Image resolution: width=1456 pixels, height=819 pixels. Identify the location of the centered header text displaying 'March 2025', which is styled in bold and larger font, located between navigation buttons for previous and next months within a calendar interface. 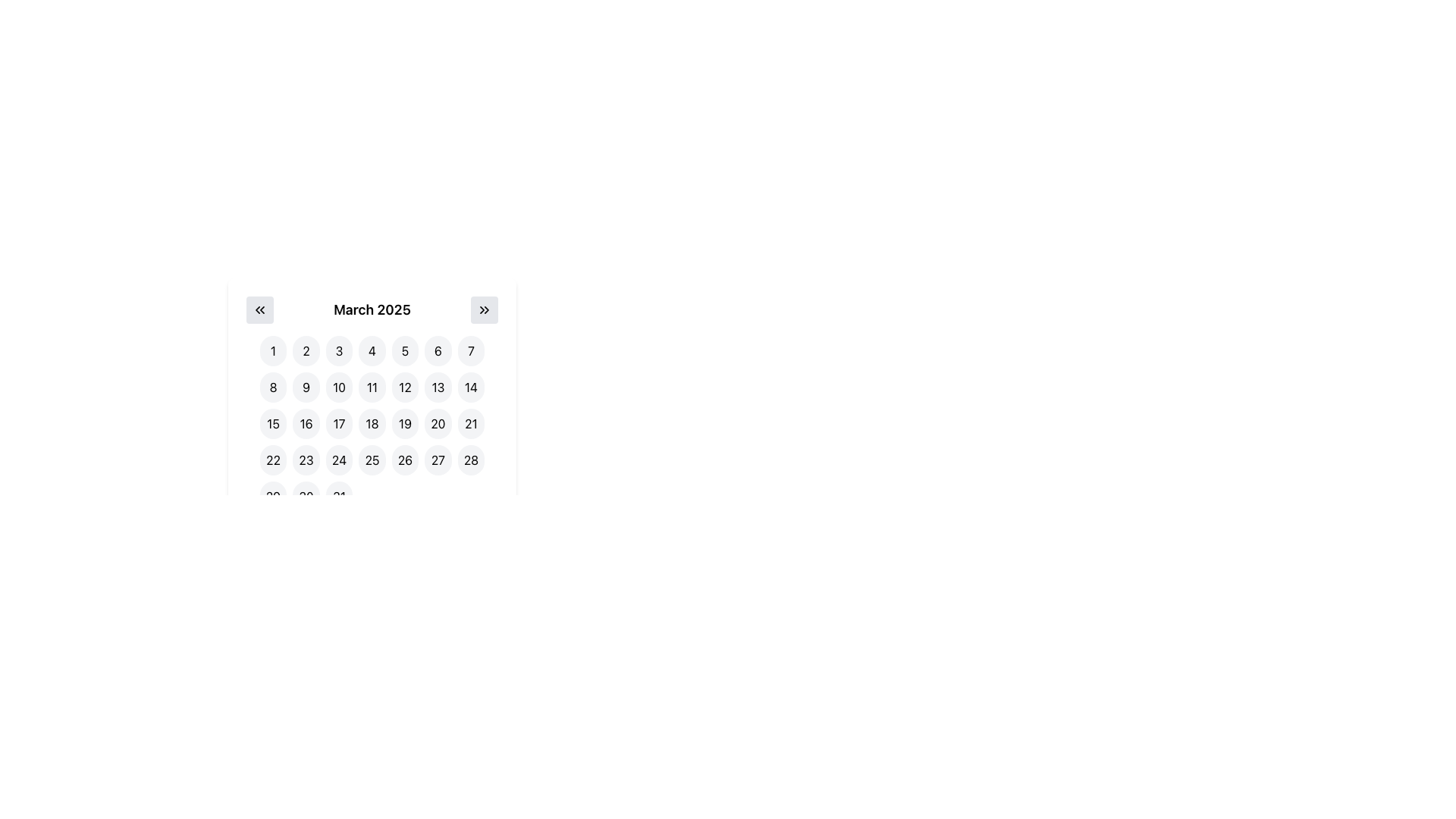
(372, 309).